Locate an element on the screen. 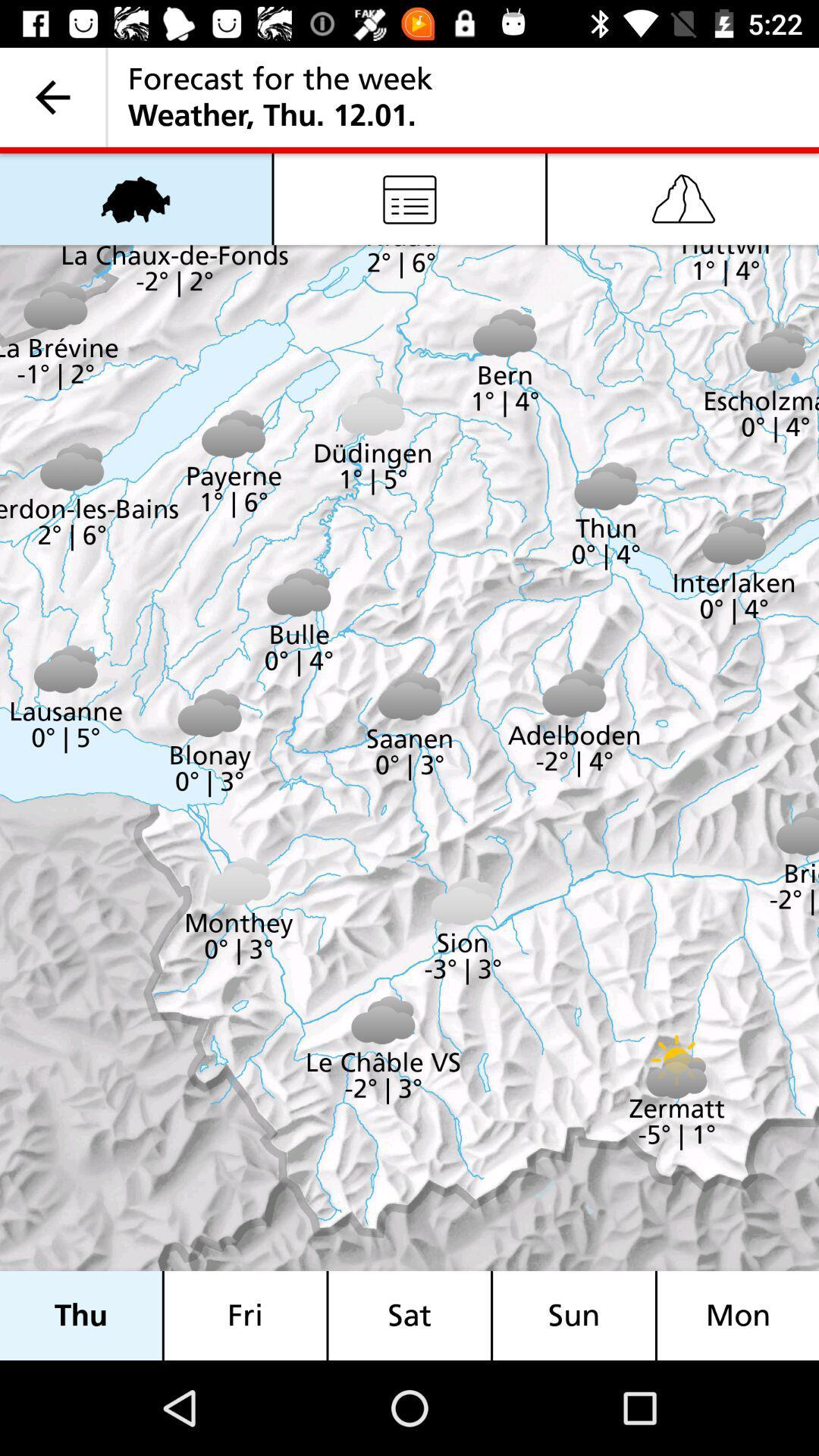  icon to the right of the fri item is located at coordinates (409, 1315).